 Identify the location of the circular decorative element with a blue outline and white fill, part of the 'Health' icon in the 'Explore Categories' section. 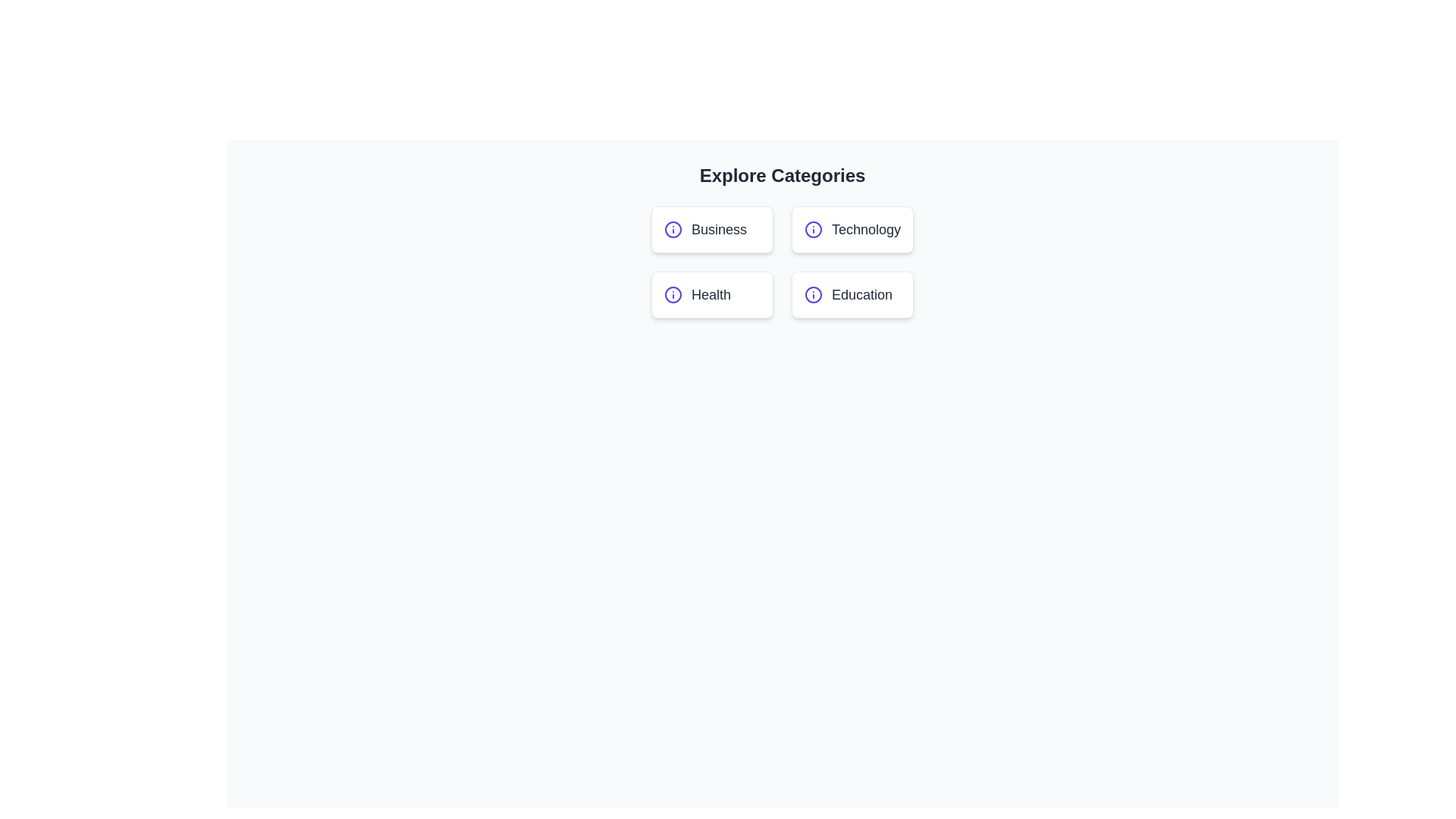
(673, 295).